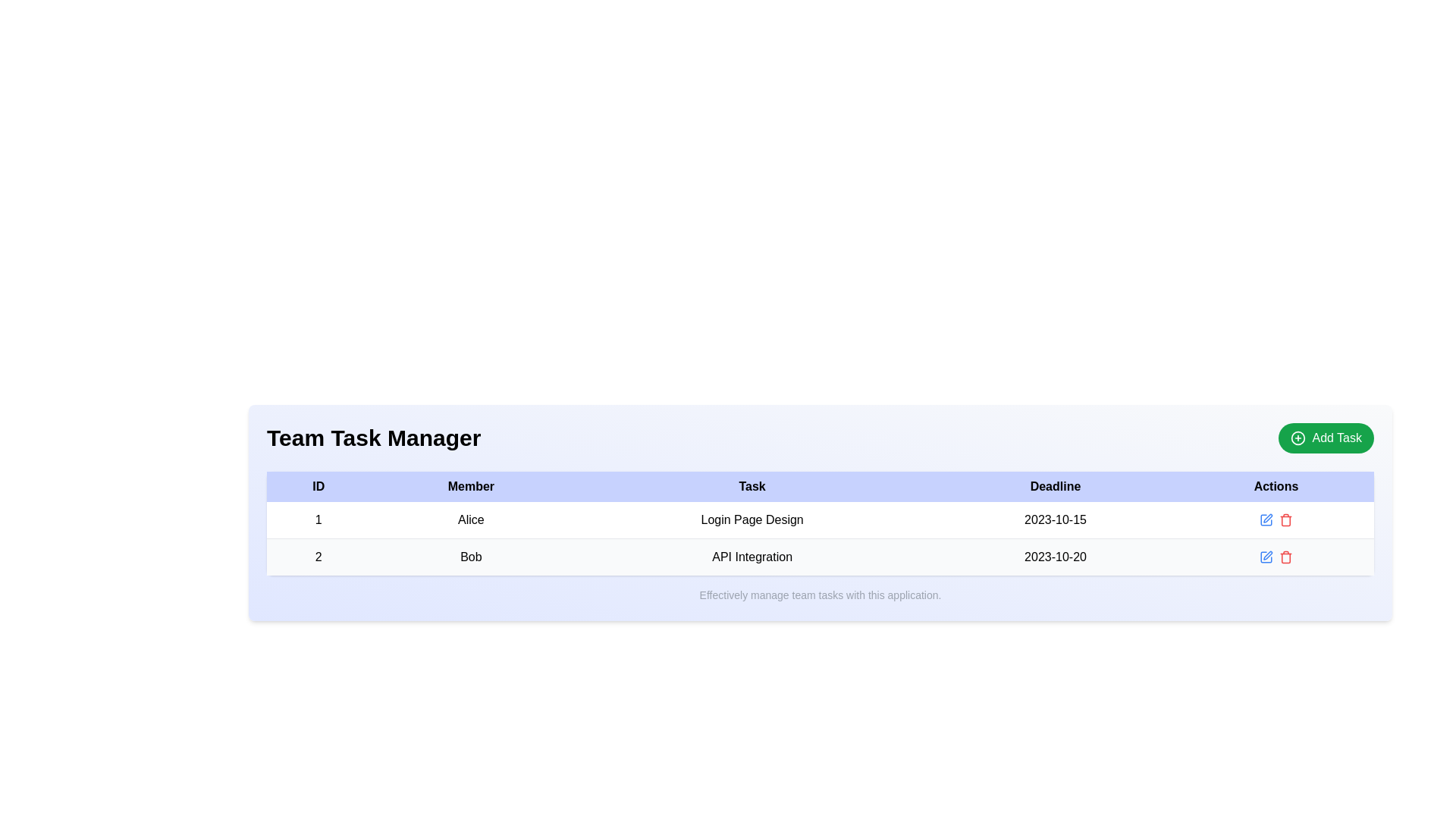 Image resolution: width=1456 pixels, height=819 pixels. What do you see at coordinates (318, 519) in the screenshot?
I see `the table cell containing the text '1' in the first row of the data table under the 'ID' column` at bounding box center [318, 519].